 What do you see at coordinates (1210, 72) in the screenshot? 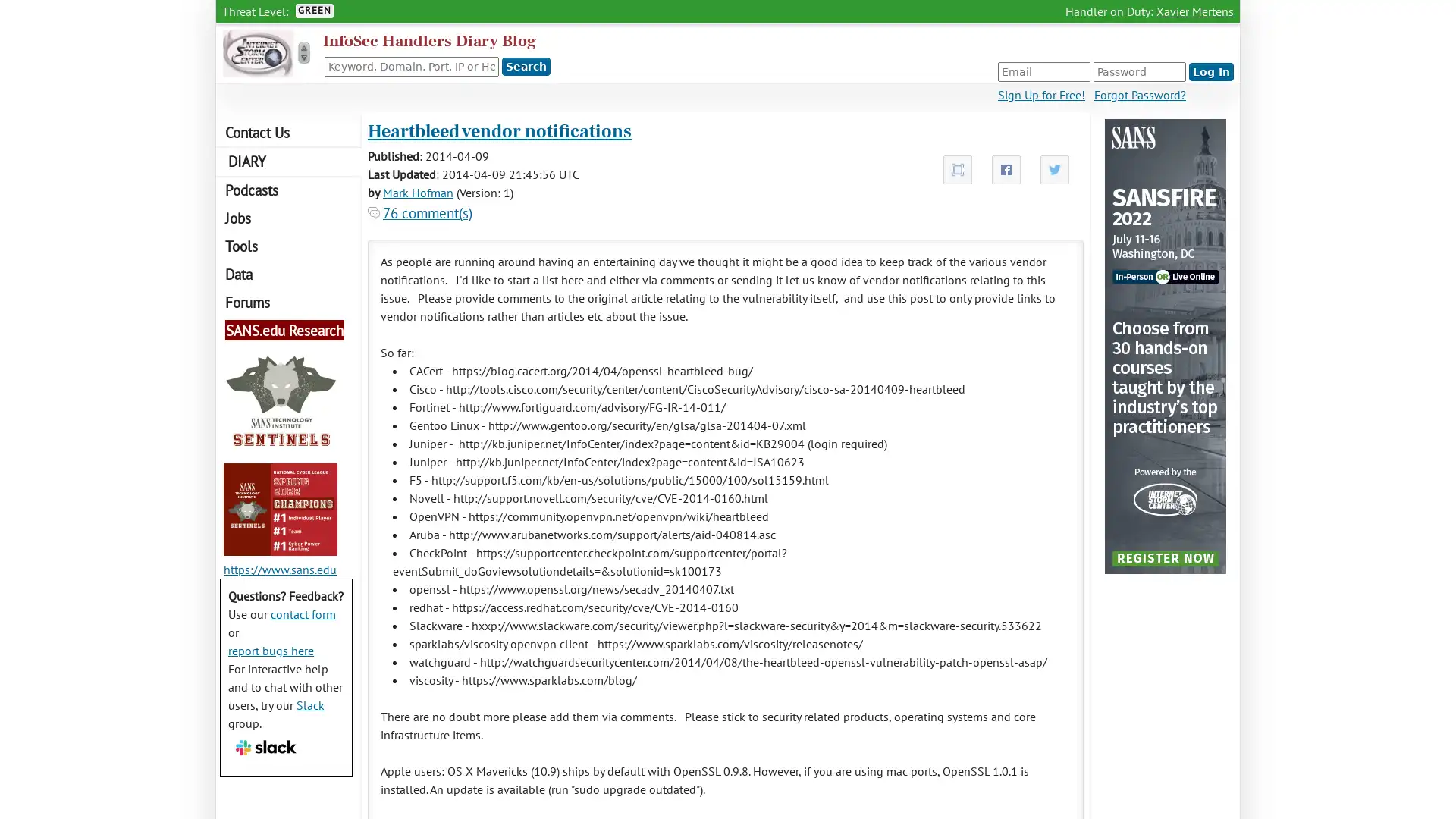
I see `Log In` at bounding box center [1210, 72].